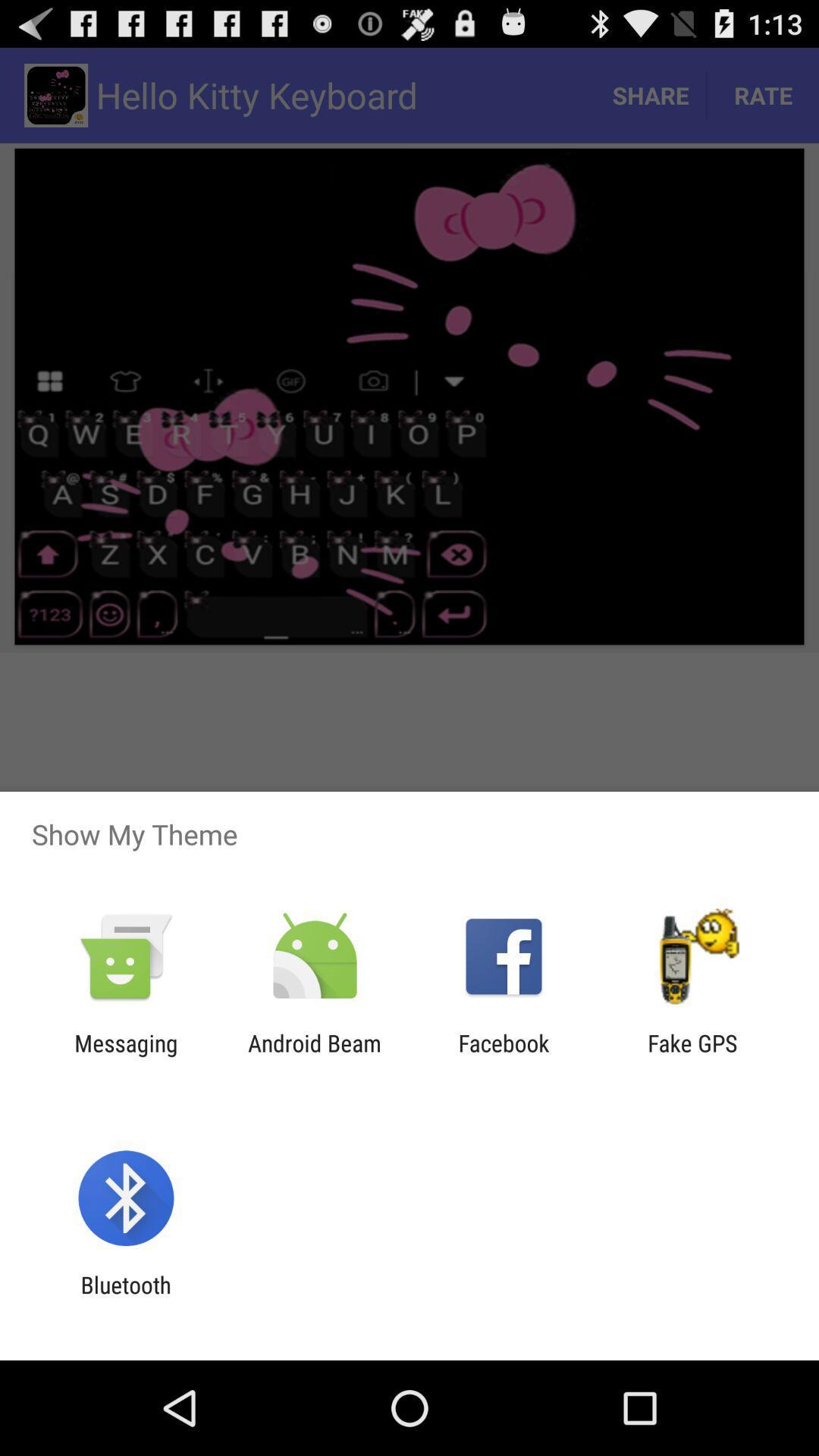 Image resolution: width=819 pixels, height=1456 pixels. What do you see at coordinates (125, 1056) in the screenshot?
I see `icon to the left of android beam` at bounding box center [125, 1056].